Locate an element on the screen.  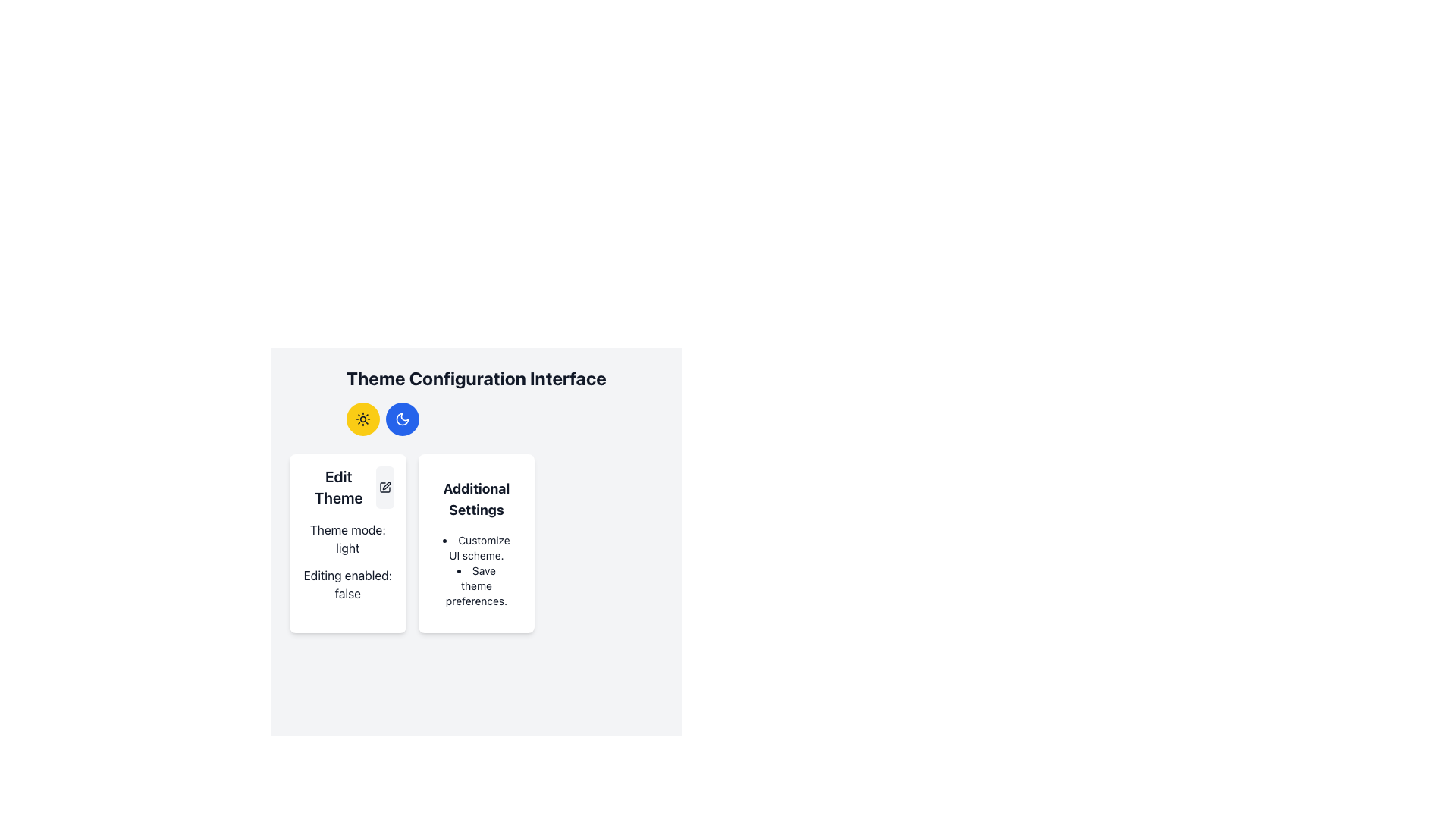
the dark mode icon embedded in the blue circular button located in the header section of the interface is located at coordinates (403, 419).